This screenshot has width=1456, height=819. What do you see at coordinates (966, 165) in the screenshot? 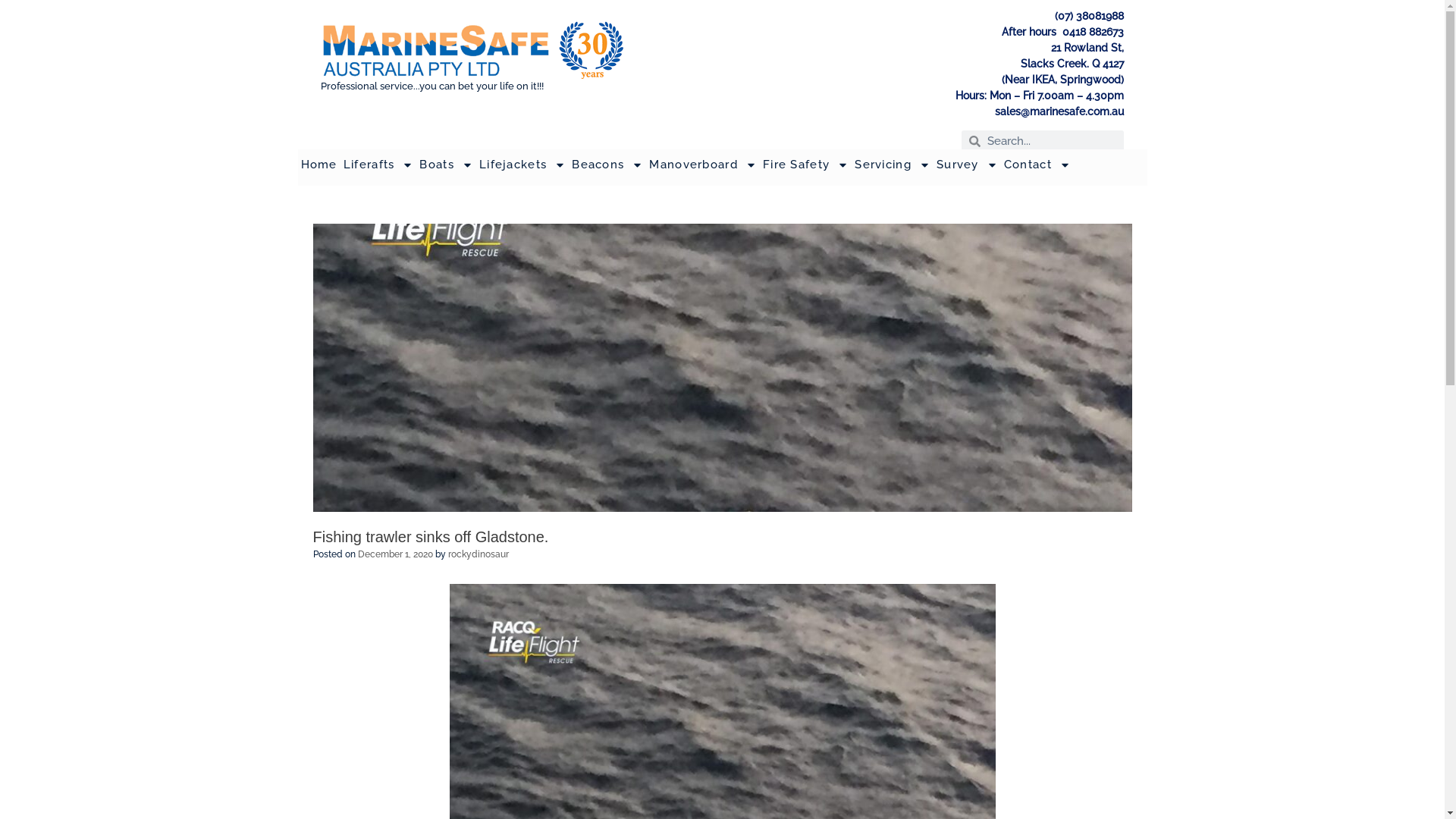
I see `'Survey'` at bounding box center [966, 165].